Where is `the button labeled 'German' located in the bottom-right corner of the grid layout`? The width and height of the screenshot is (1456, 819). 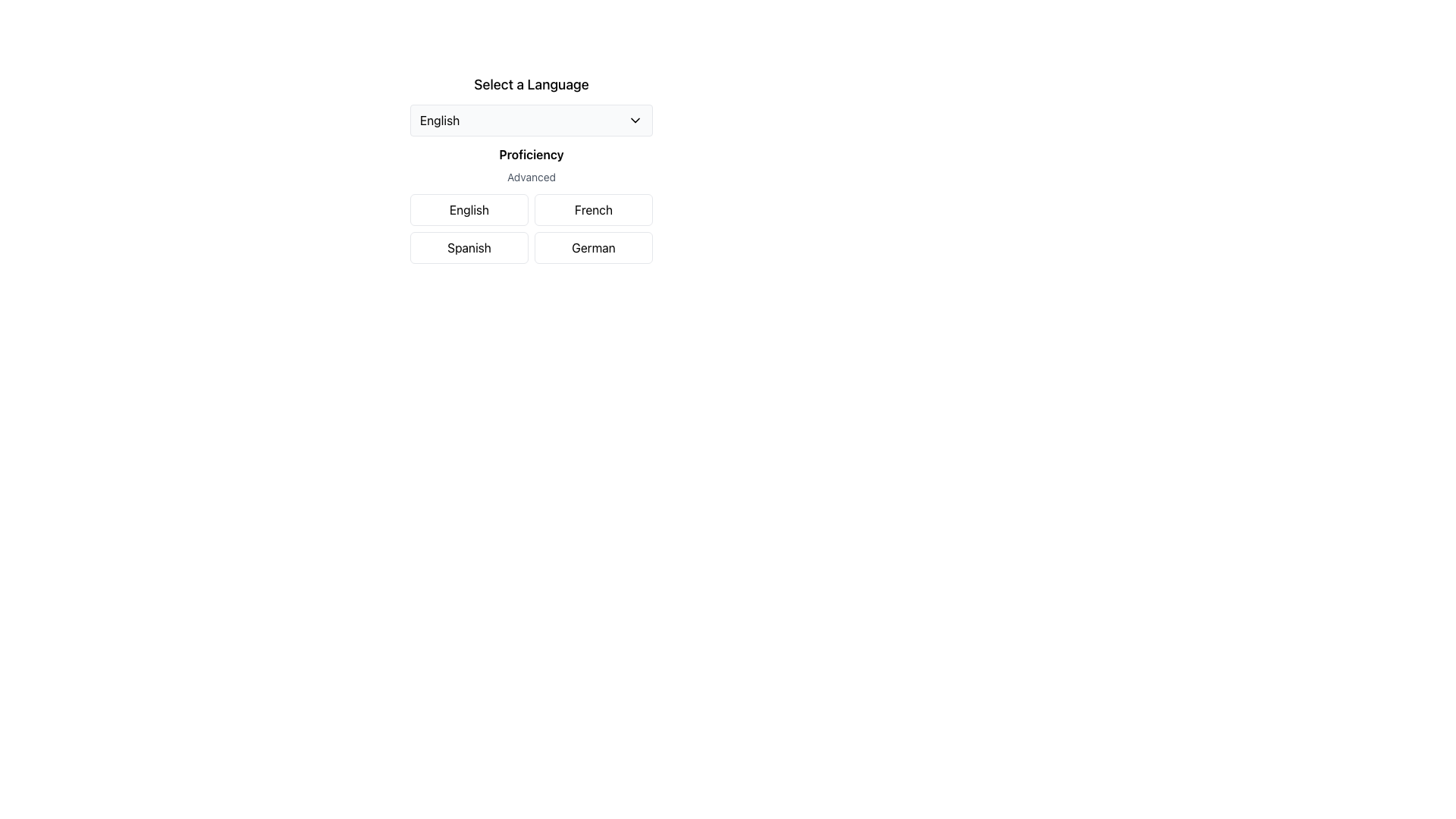
the button labeled 'German' located in the bottom-right corner of the grid layout is located at coordinates (592, 247).